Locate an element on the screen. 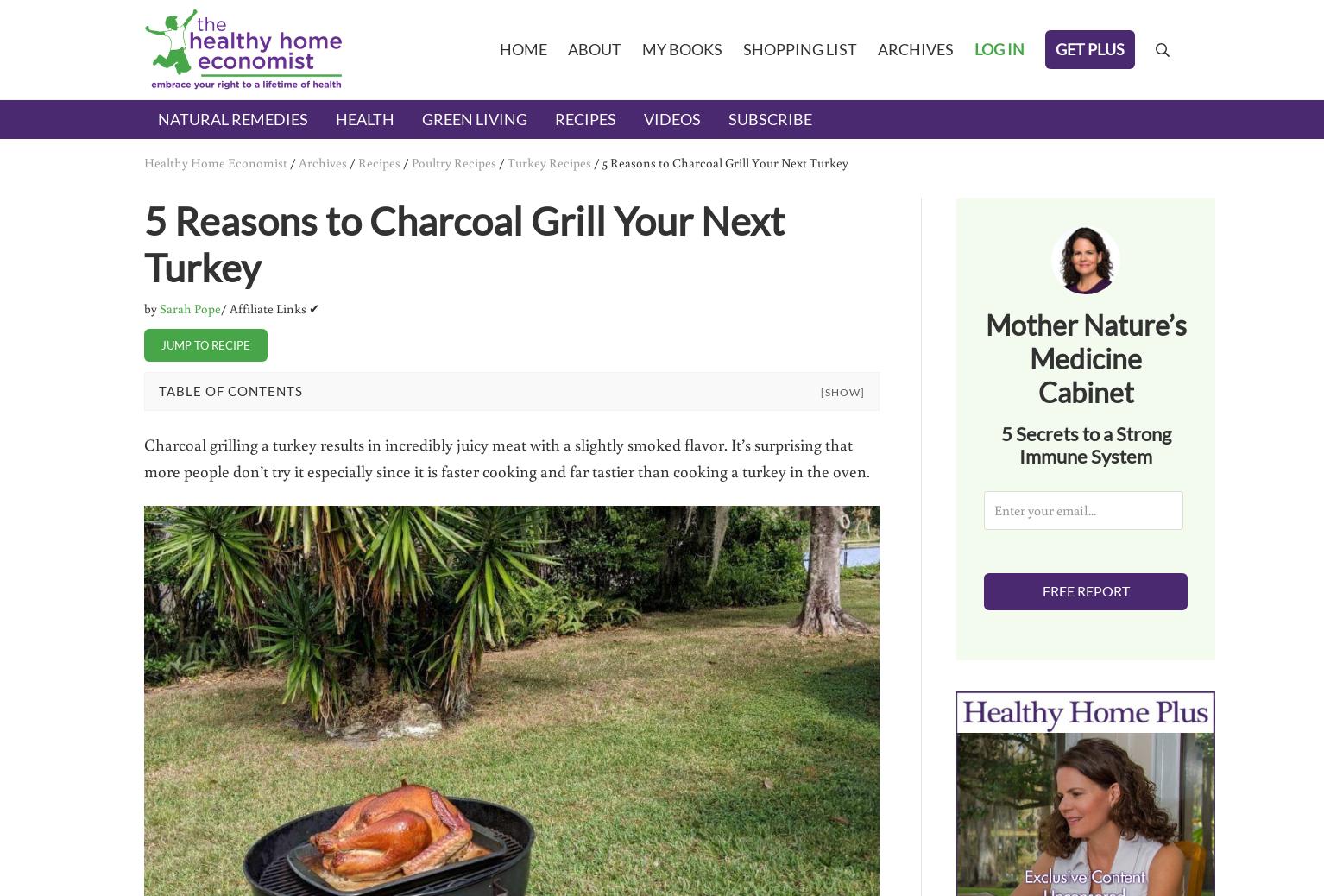  'Shopping List' is located at coordinates (798, 47).